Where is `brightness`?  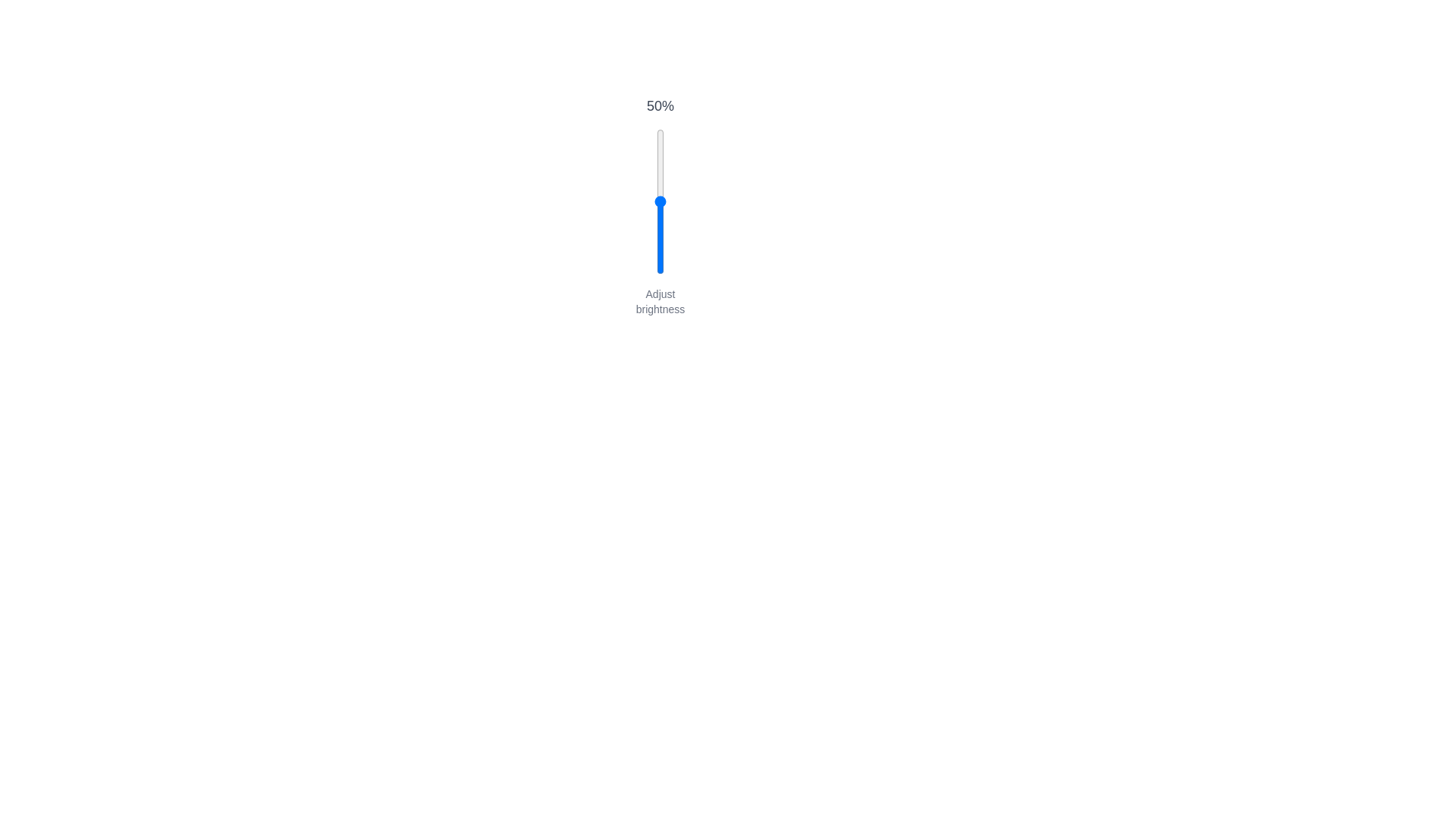
brightness is located at coordinates (660, 178).